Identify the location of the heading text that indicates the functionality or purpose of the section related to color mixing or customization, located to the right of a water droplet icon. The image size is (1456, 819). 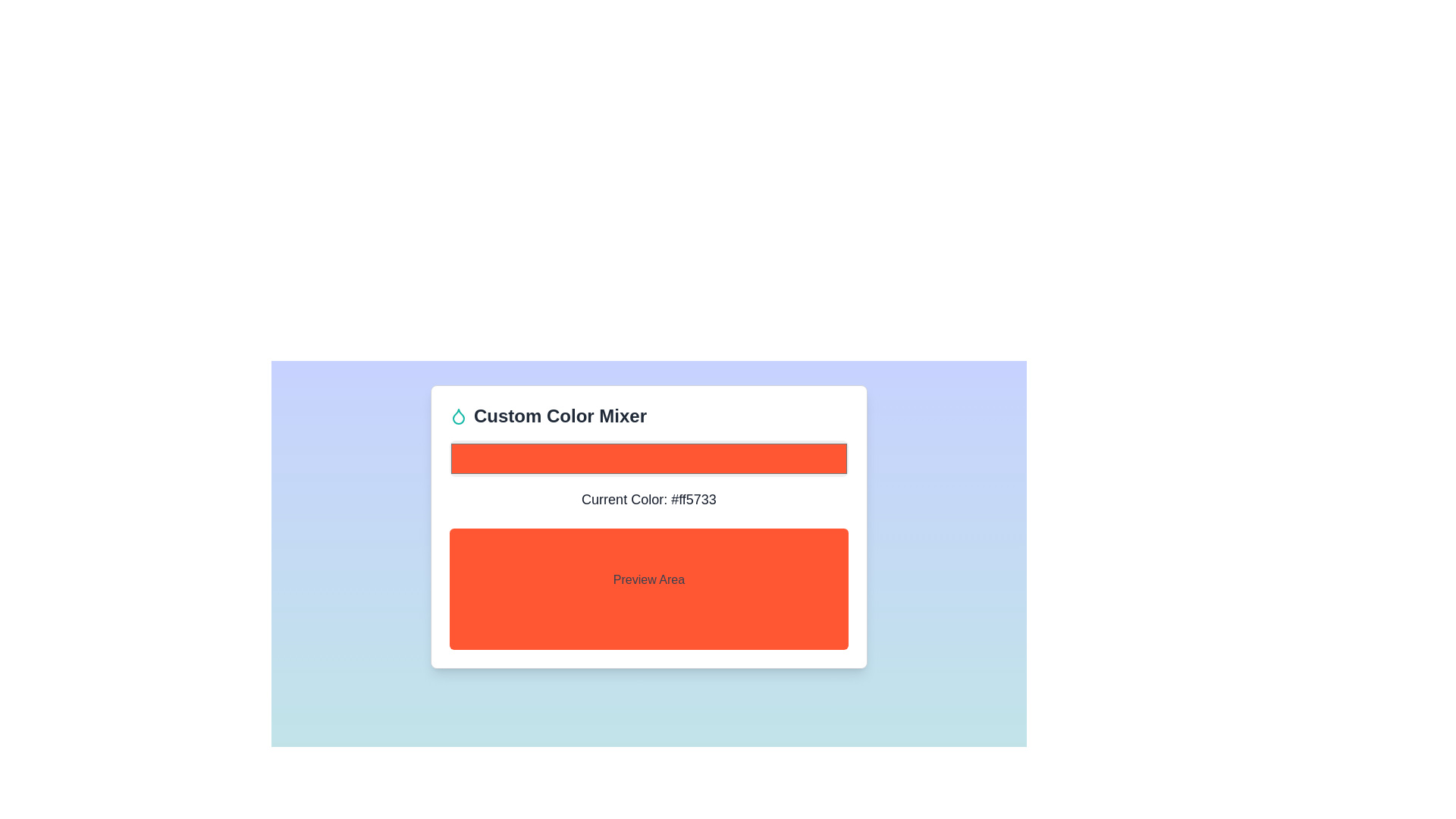
(560, 416).